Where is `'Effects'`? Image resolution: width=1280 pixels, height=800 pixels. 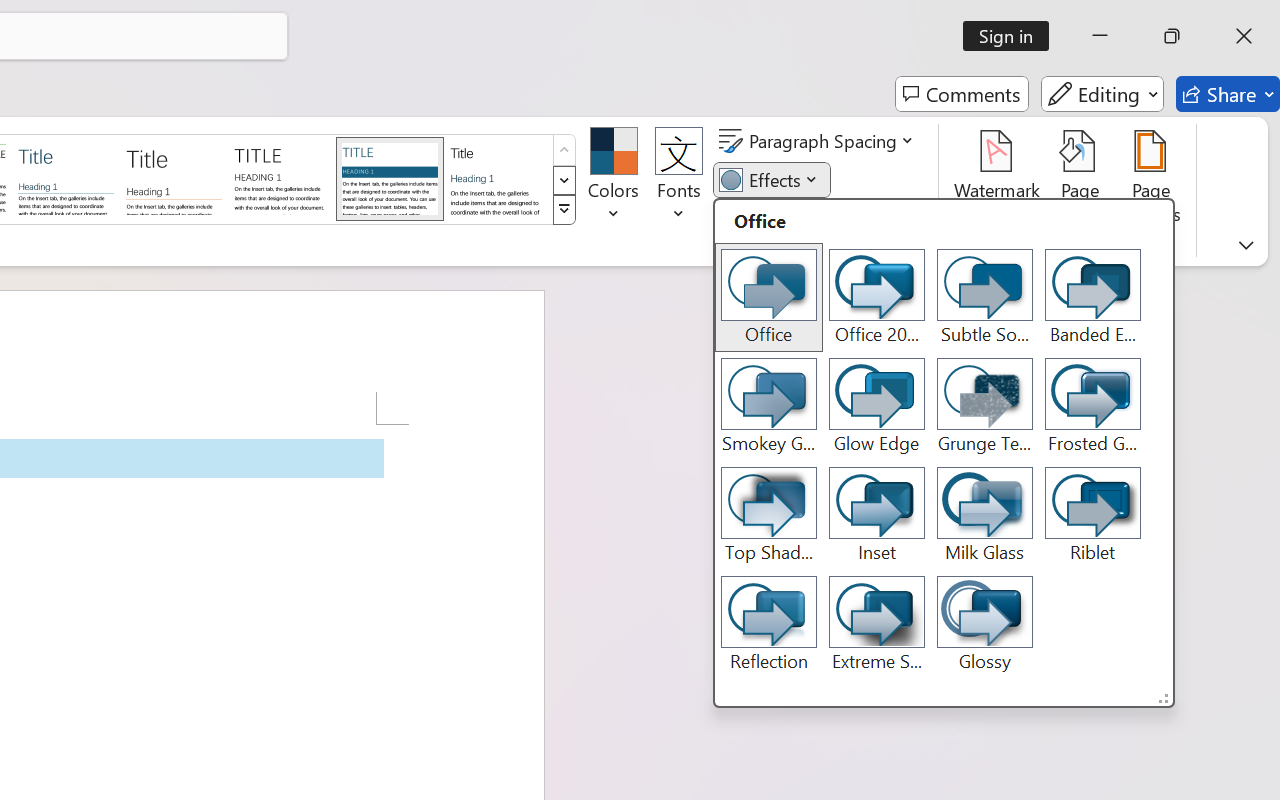
'Effects' is located at coordinates (770, 179).